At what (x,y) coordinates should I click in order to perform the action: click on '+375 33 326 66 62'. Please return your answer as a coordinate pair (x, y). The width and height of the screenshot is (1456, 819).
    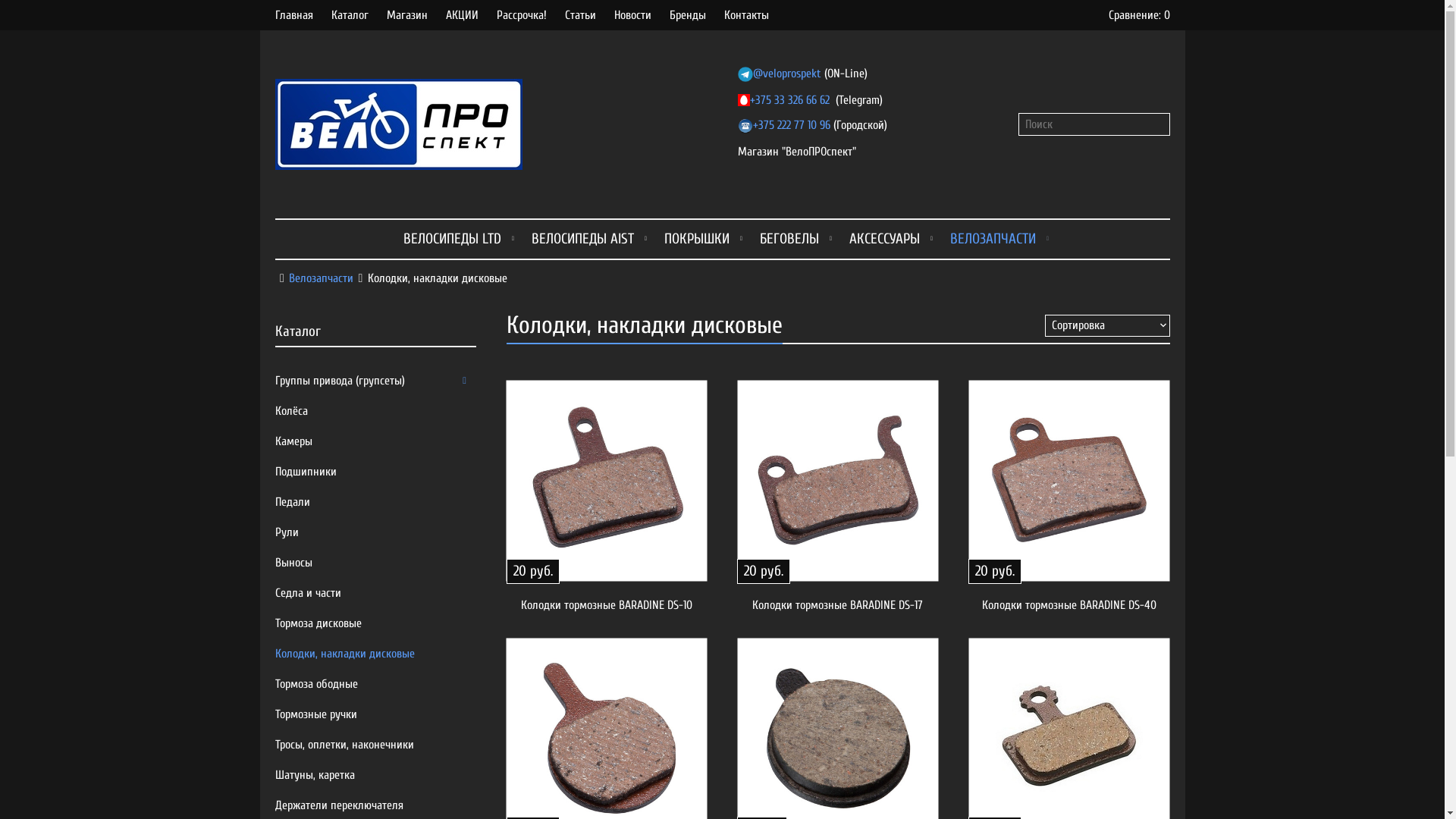
    Looking at the image, I should click on (749, 99).